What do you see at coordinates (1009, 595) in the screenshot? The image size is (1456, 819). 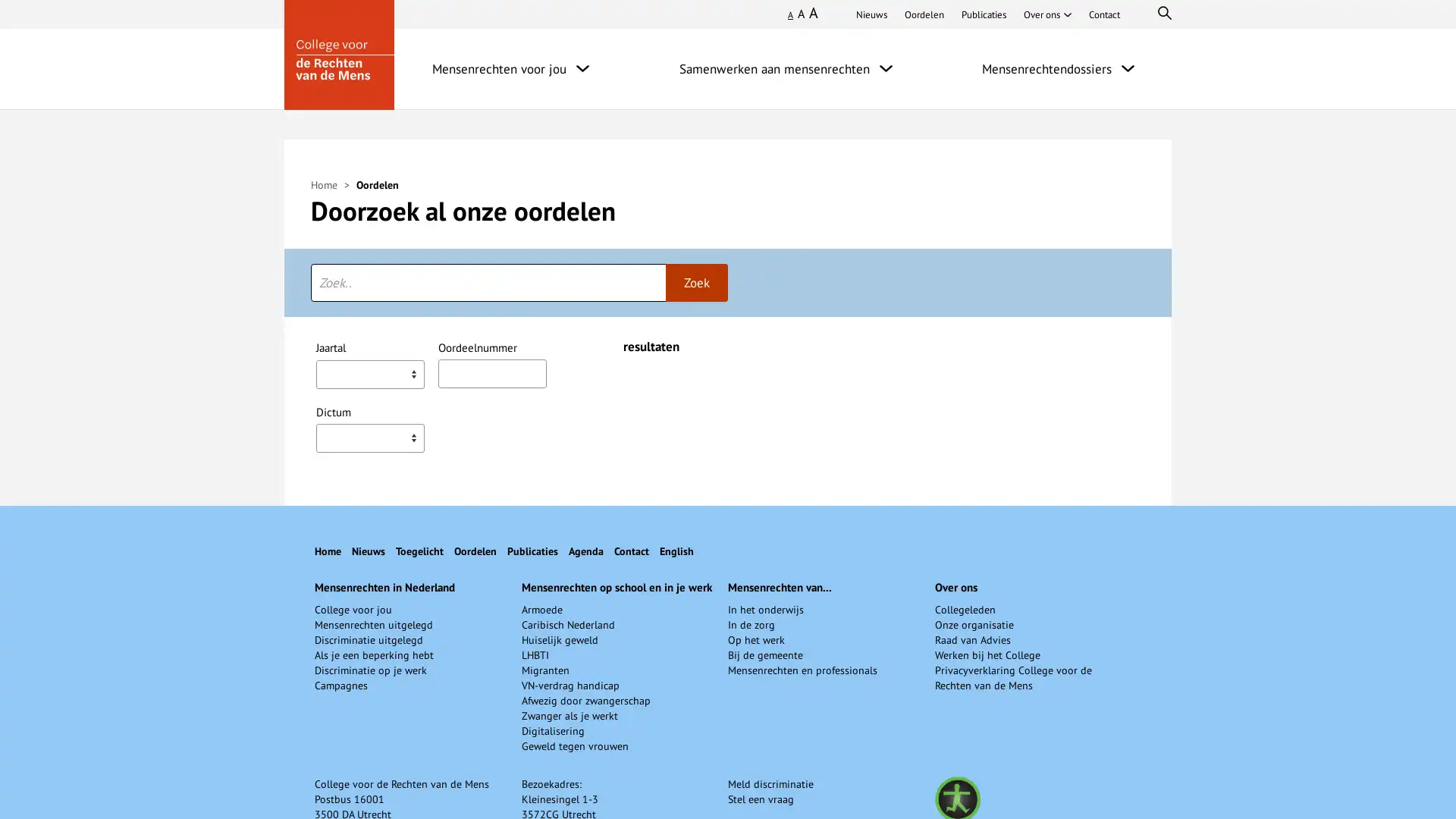 I see `Discriminatie op de werkvloer,` at bounding box center [1009, 595].